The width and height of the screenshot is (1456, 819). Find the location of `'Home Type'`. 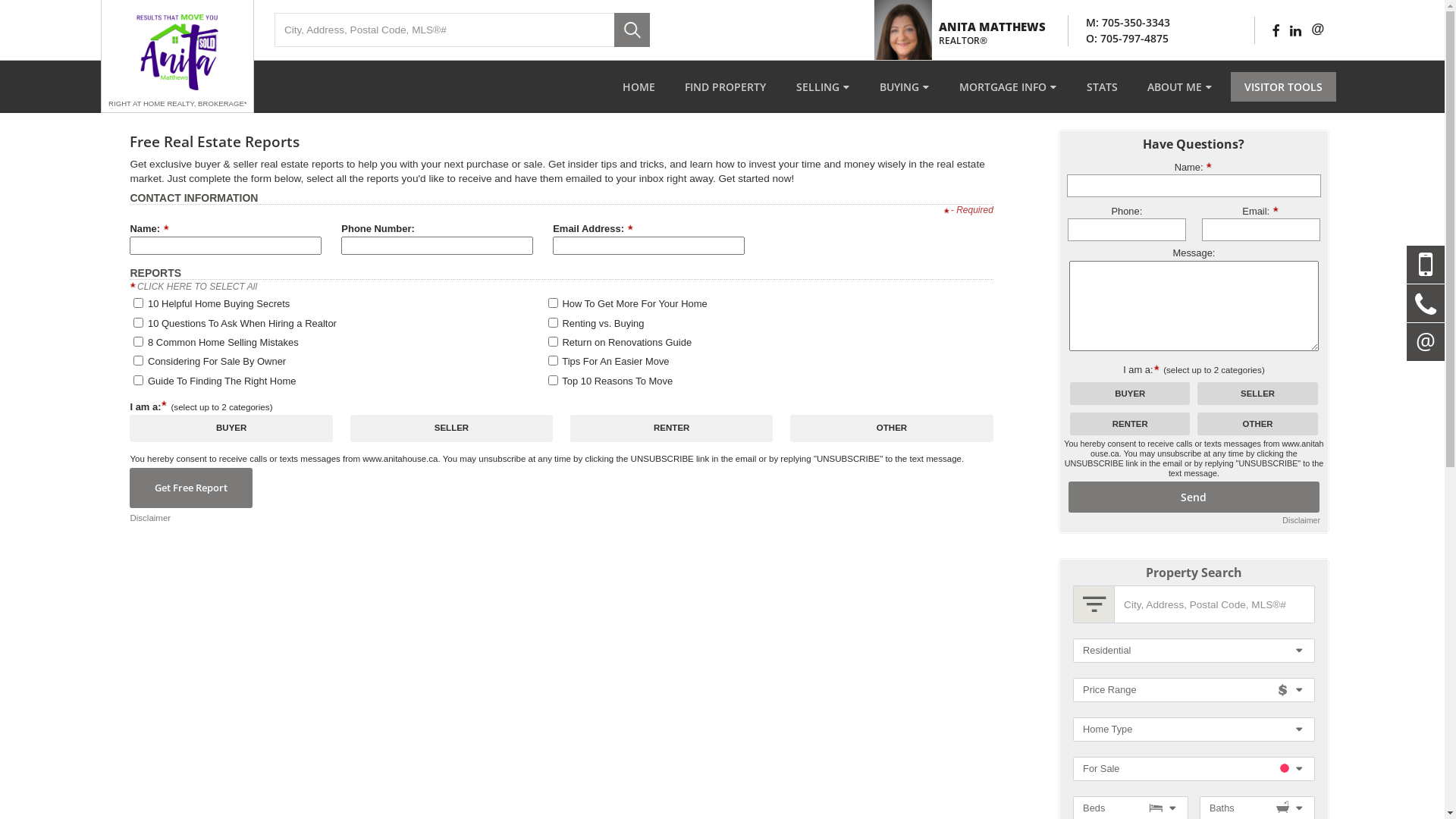

'Home Type' is located at coordinates (1193, 728).